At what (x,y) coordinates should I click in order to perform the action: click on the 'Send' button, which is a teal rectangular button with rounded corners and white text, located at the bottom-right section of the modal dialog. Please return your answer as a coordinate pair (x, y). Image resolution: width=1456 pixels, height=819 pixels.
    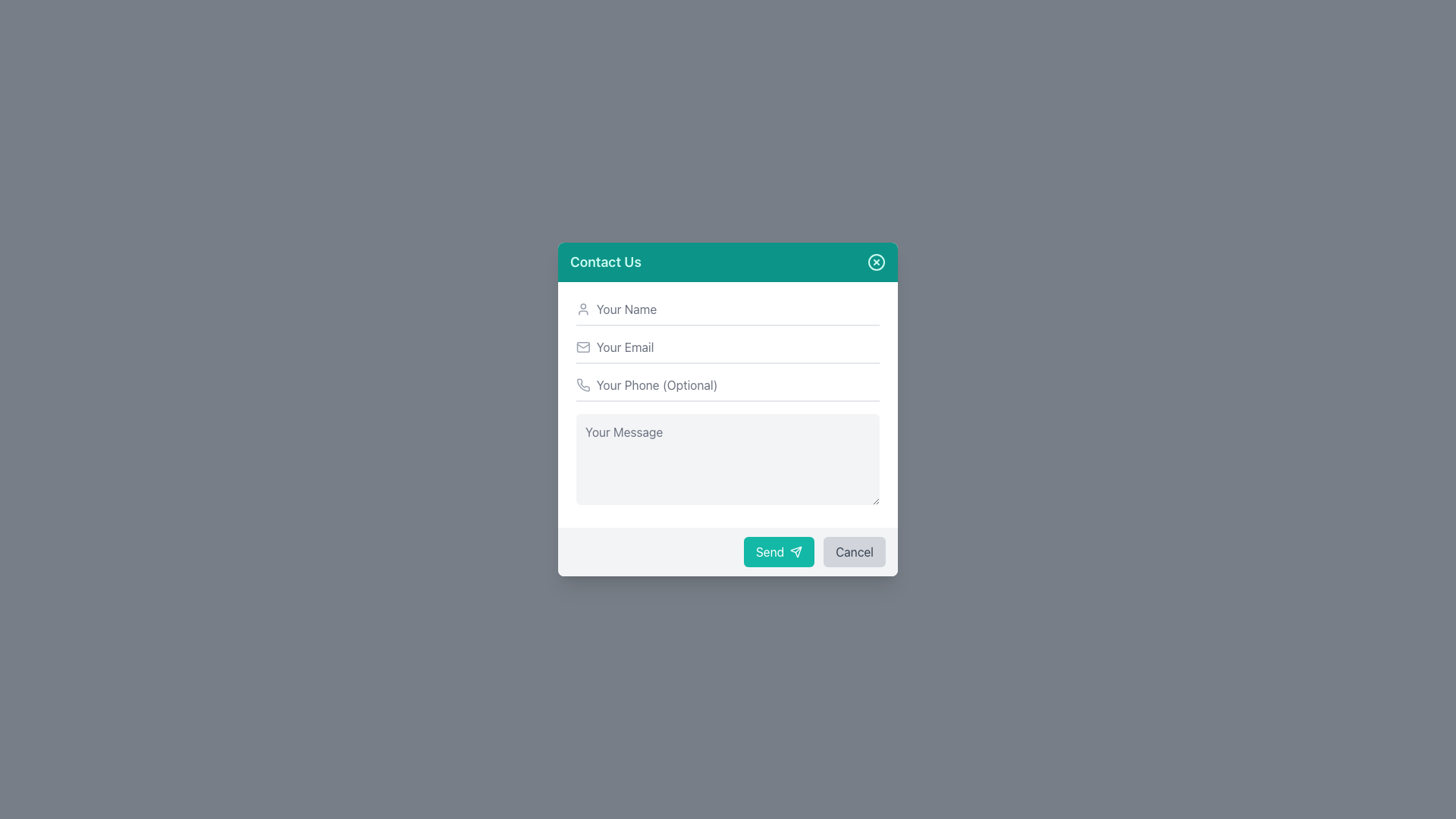
    Looking at the image, I should click on (779, 552).